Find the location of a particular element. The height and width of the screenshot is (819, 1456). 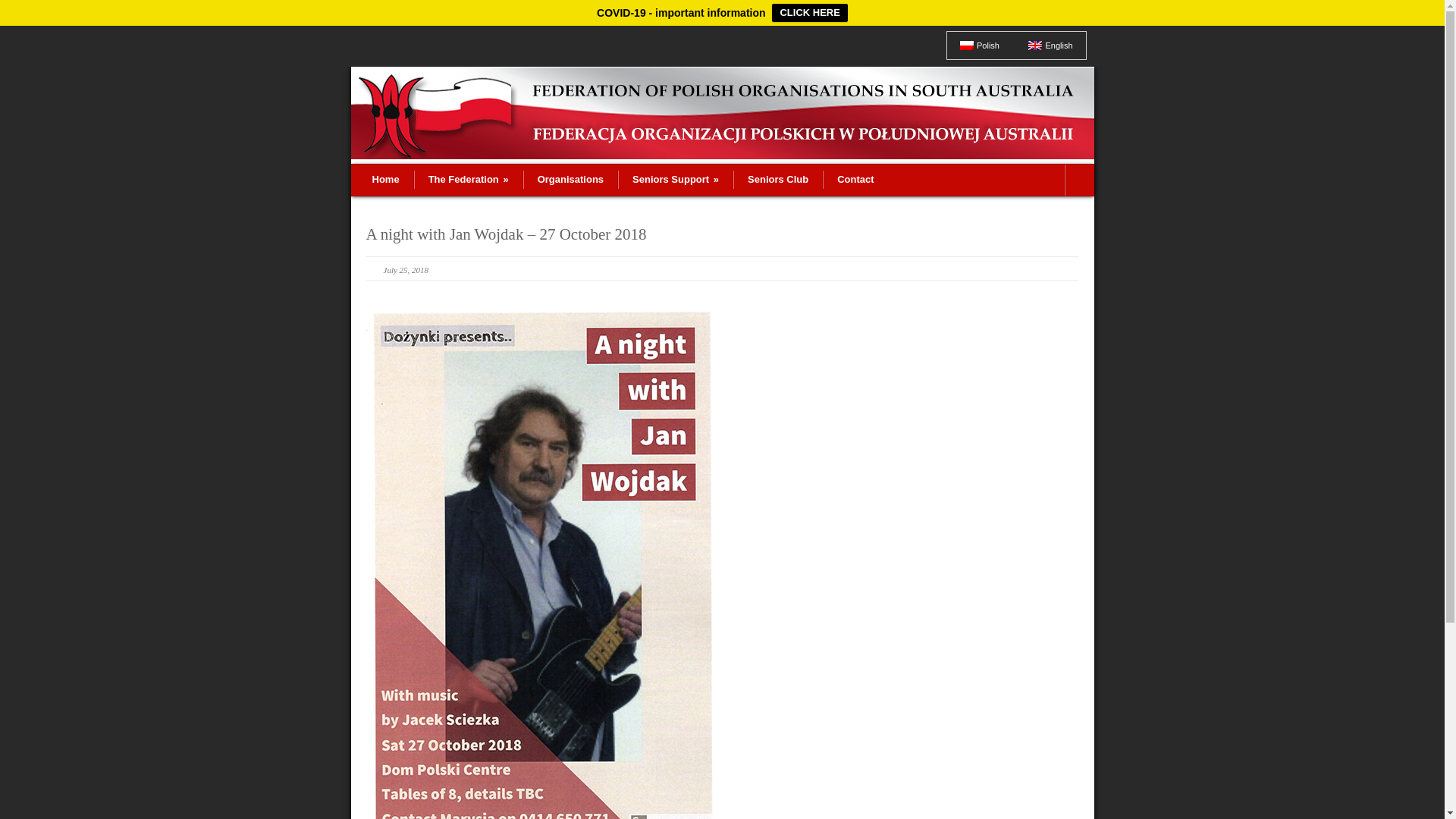

'English' is located at coordinates (1034, 45).